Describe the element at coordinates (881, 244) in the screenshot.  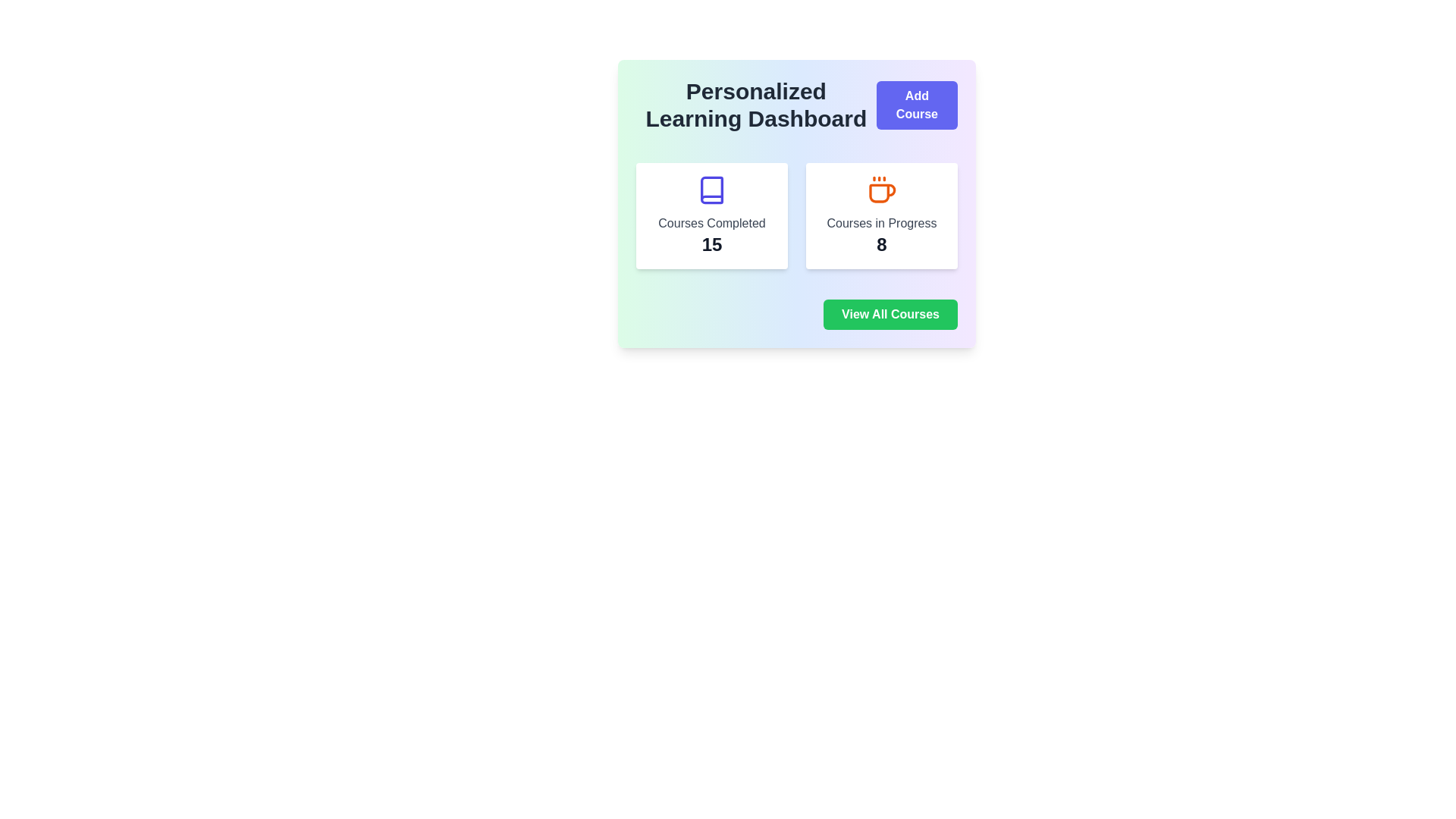
I see `the bold, large numeric '8' in black color, which is located beneath the text 'Courses in Progress' within the card` at that location.